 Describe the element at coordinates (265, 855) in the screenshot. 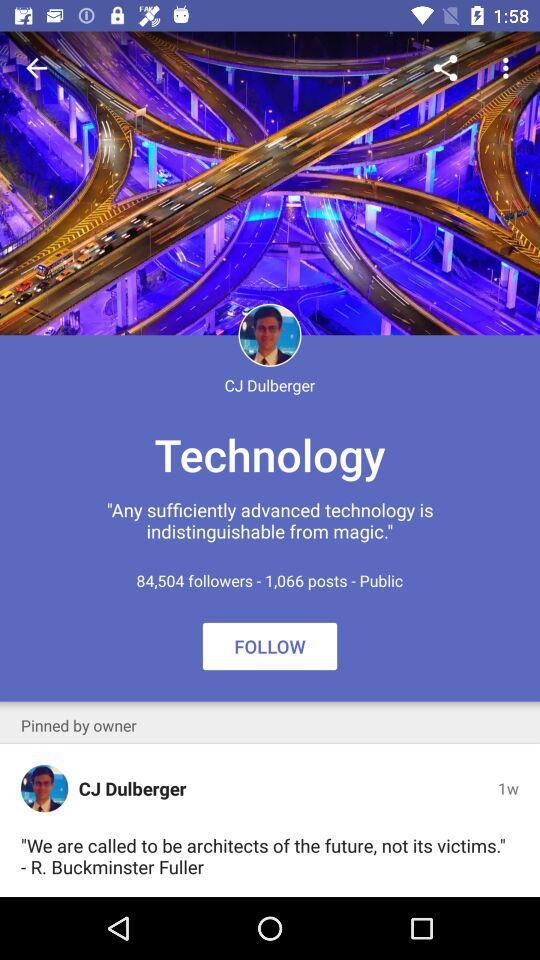

I see `the we are called item` at that location.